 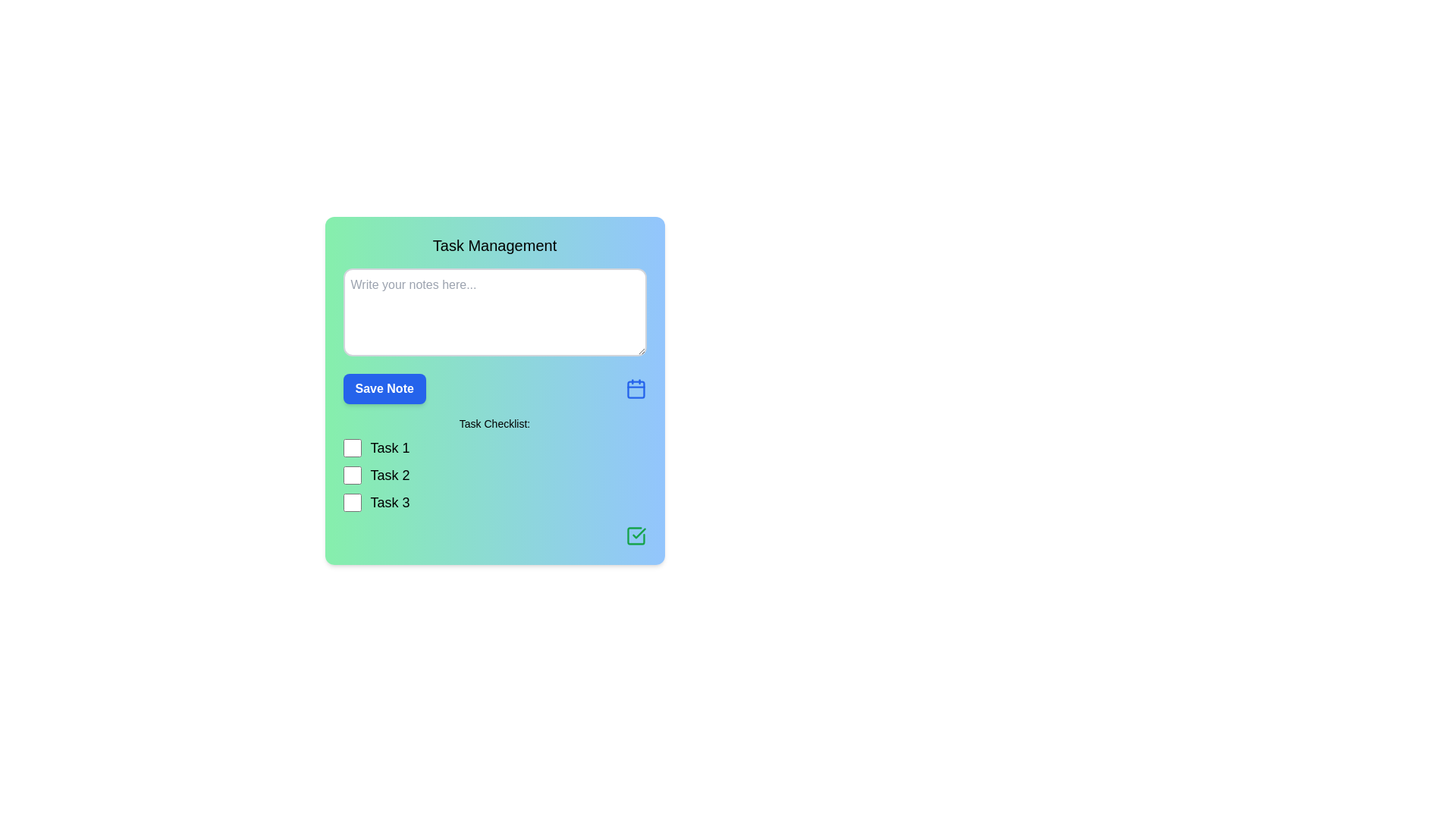 I want to click on the green checkmark icon located in the bottom-right corner of the application interface, so click(x=639, y=532).